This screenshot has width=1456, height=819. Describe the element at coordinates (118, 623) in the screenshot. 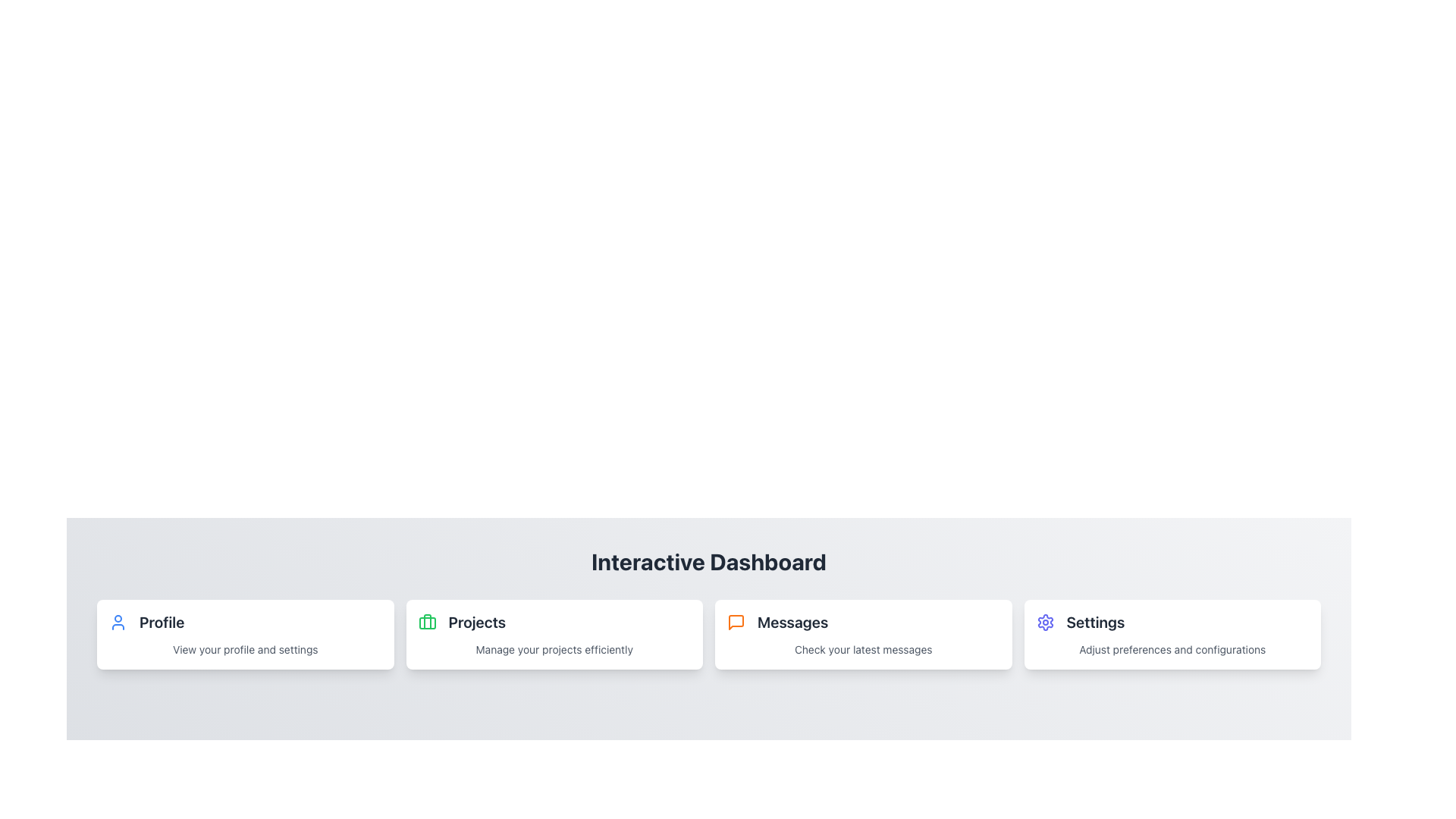

I see `the profile icon located in the top left corner of the leftmost card labeled 'Profile', adjacent to the text 'Profile'` at that location.